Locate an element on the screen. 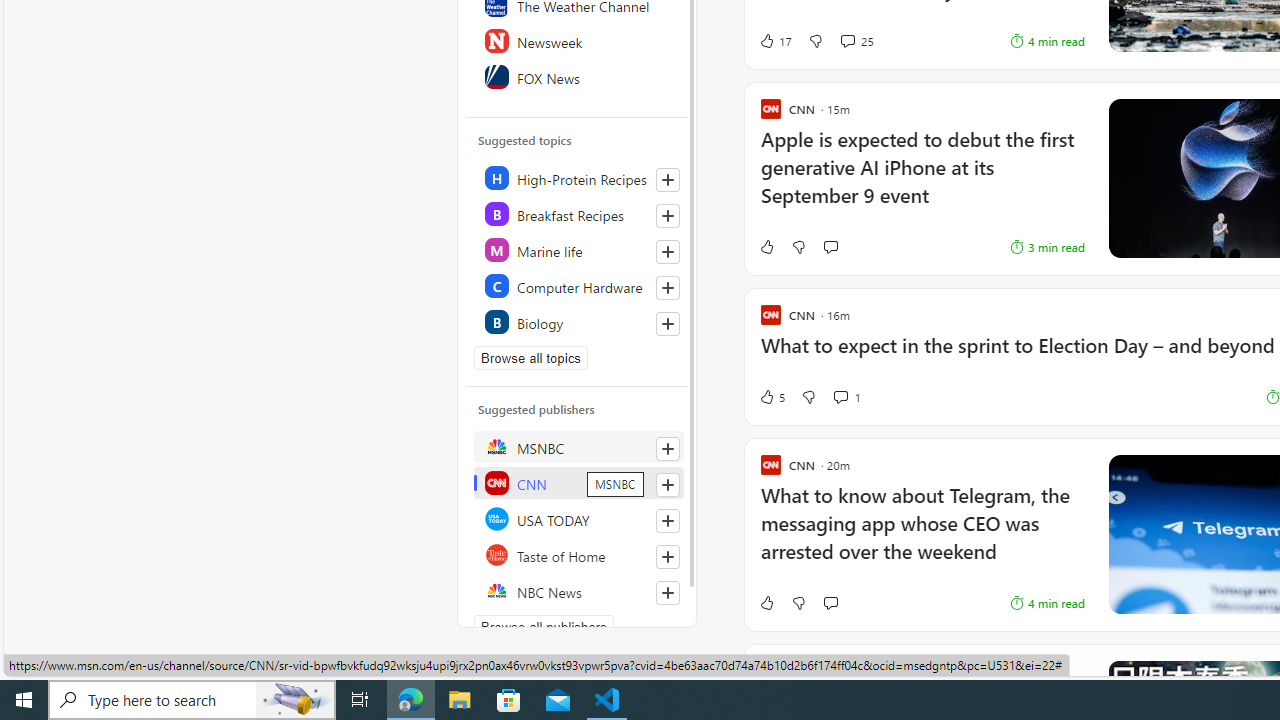 This screenshot has height=720, width=1280. 'MSNBC' is located at coordinates (577, 446).